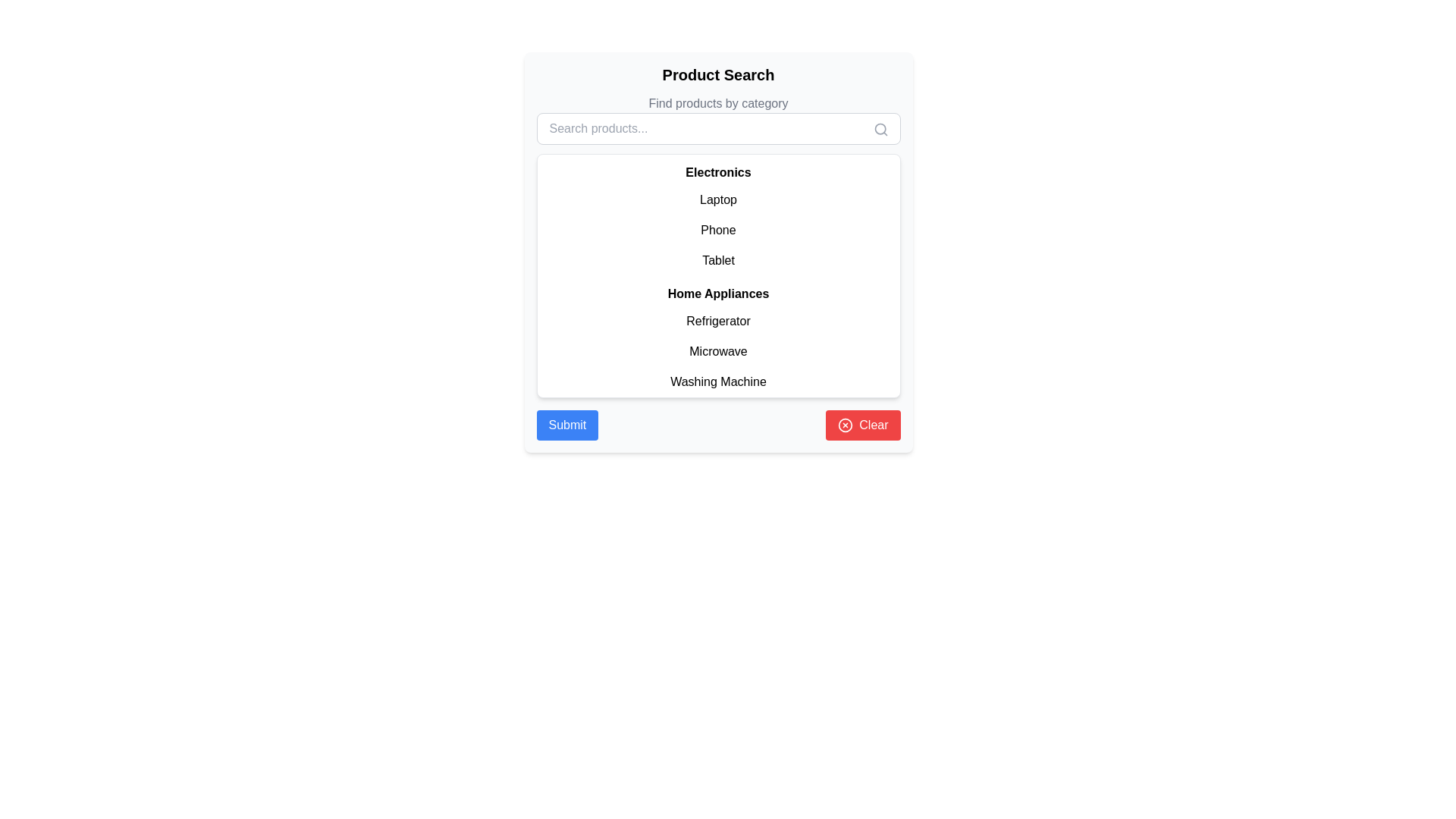 This screenshot has height=819, width=1456. What do you see at coordinates (717, 199) in the screenshot?
I see `the selectable list option text item reading 'Laptop', which is positioned under the 'Electronics' heading in a vertical list` at bounding box center [717, 199].